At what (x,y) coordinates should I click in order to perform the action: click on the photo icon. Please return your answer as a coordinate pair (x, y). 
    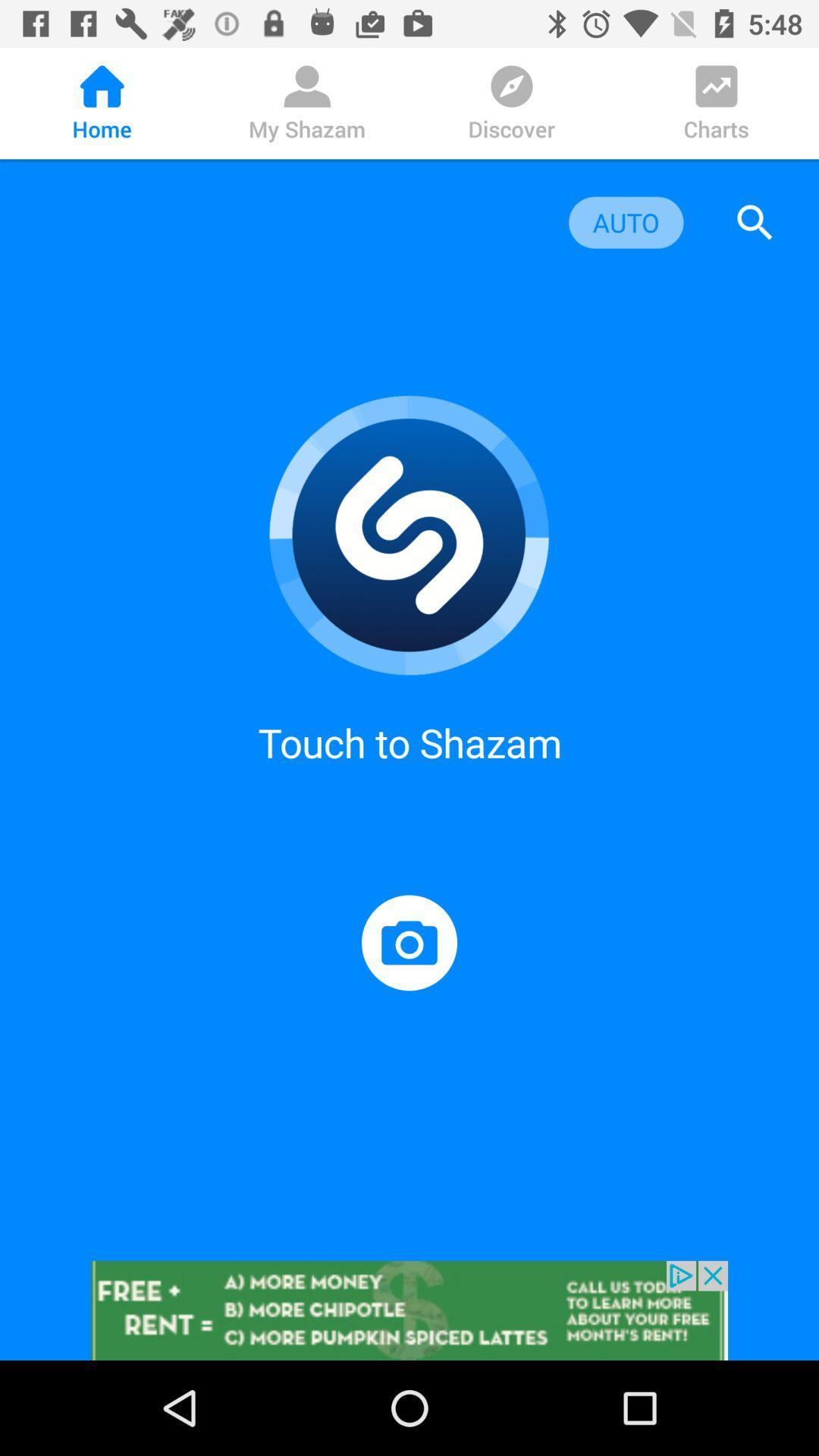
    Looking at the image, I should click on (409, 942).